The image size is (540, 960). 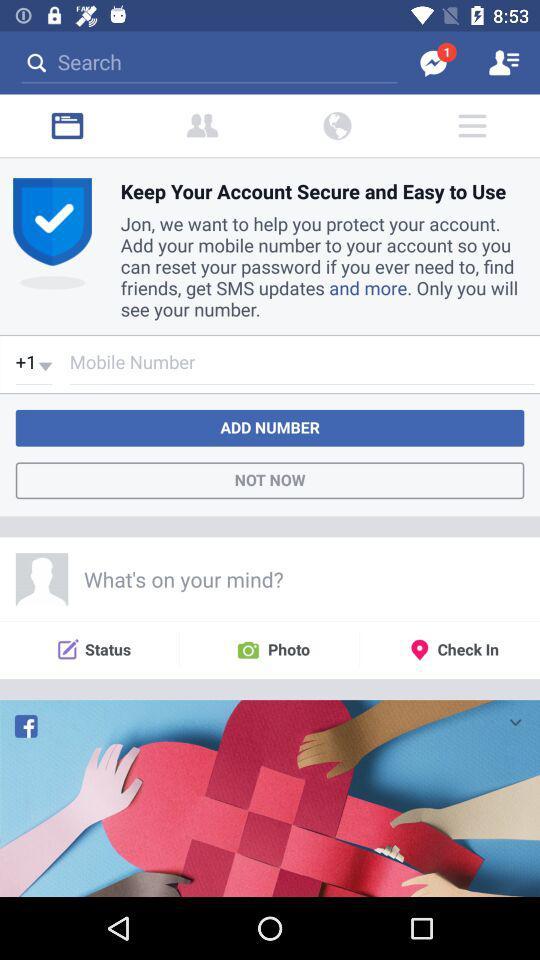 I want to click on the font icon, so click(x=202, y=125).